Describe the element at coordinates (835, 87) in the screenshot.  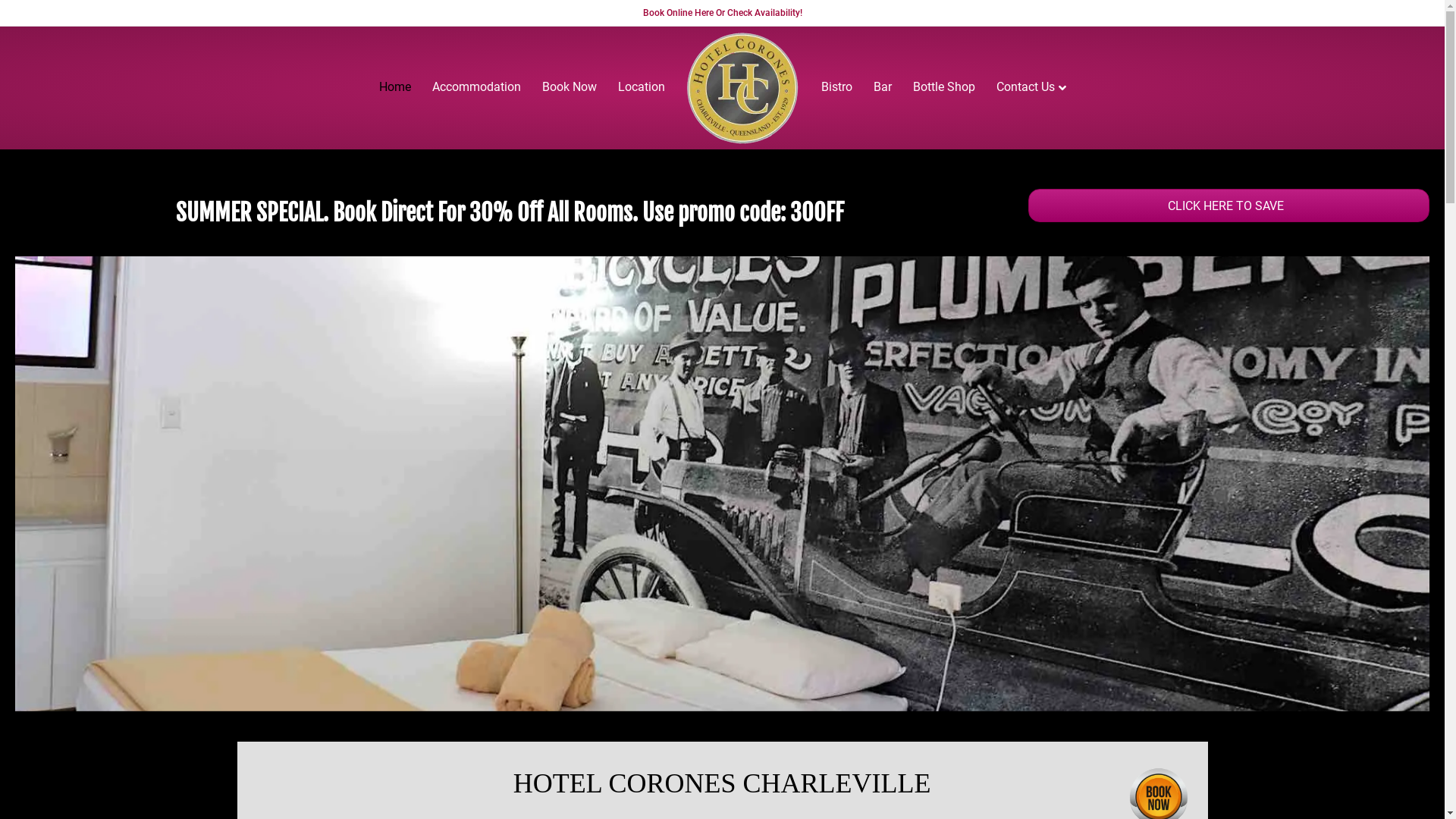
I see `'Bistro'` at that location.